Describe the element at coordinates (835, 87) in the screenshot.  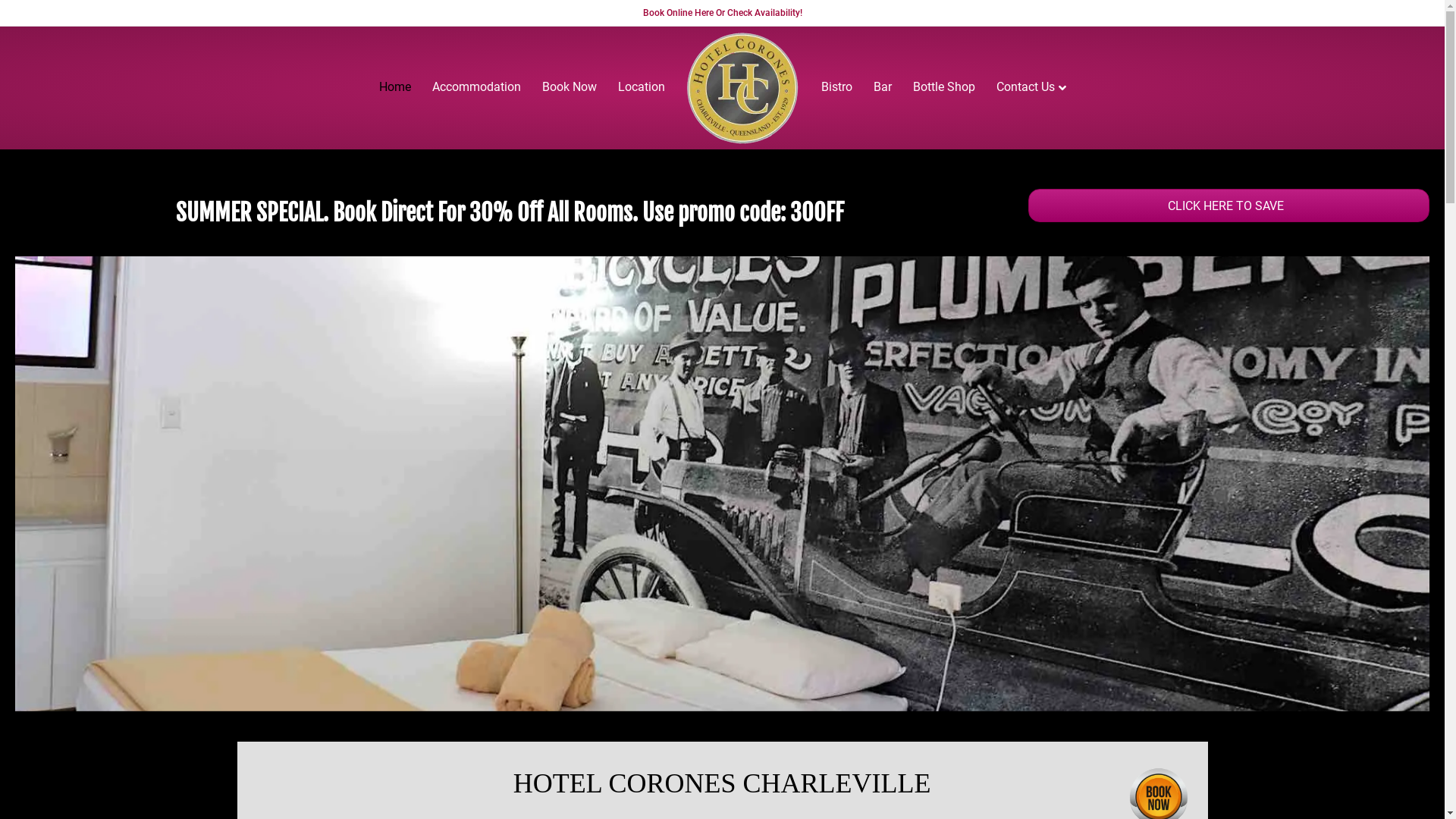
I see `'Bistro'` at that location.